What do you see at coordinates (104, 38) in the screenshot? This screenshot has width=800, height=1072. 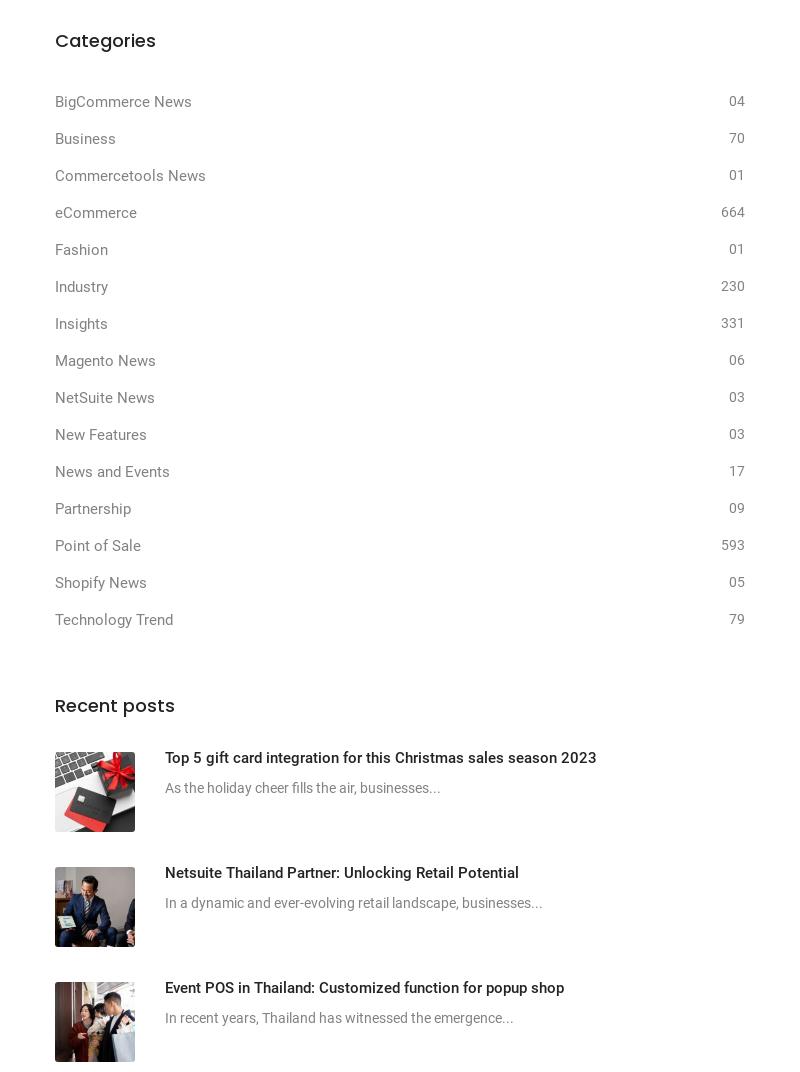 I see `'Categories'` at bounding box center [104, 38].